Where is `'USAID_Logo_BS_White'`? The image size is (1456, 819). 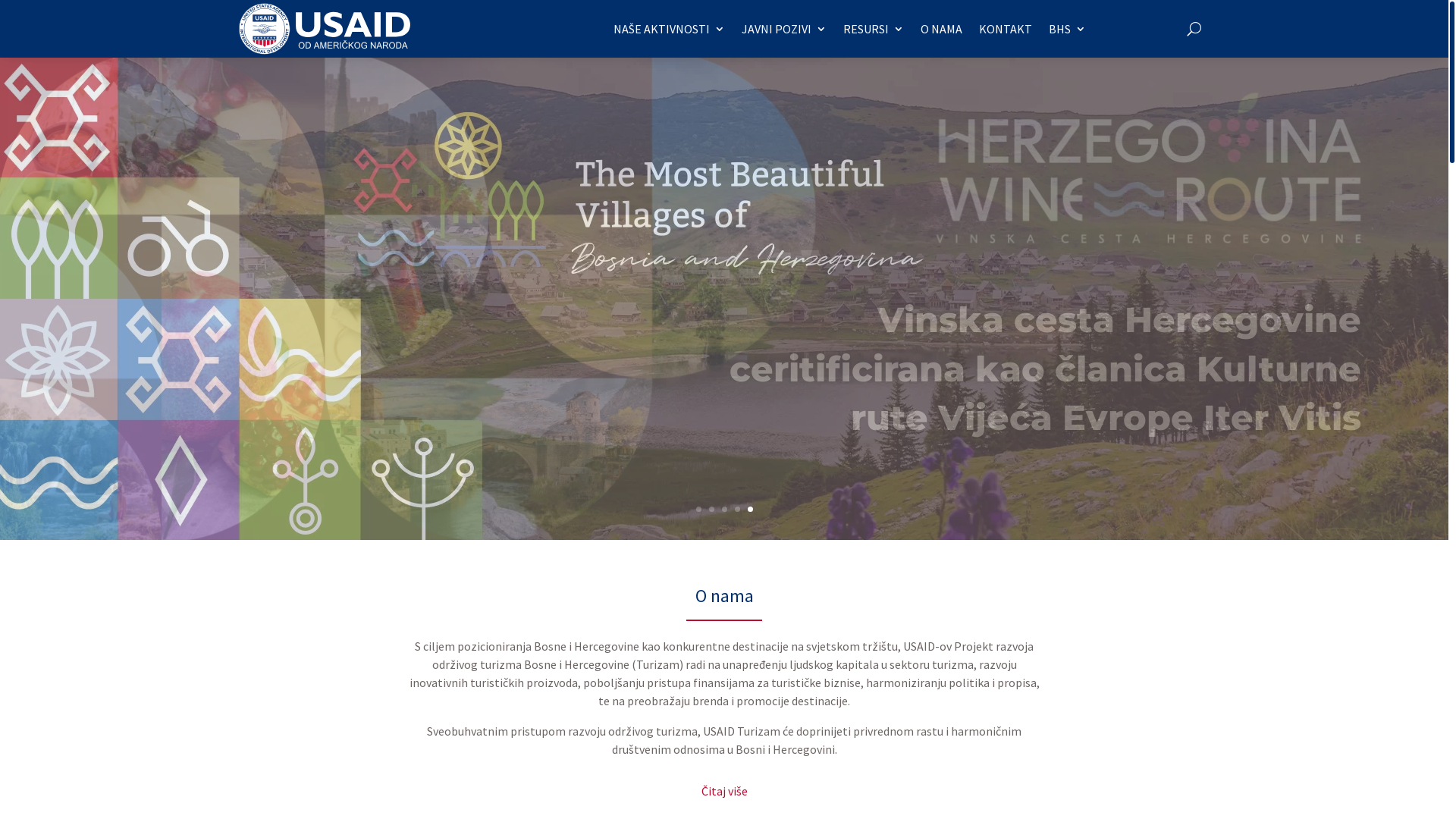
'USAID_Logo_BS_White' is located at coordinates (323, 29).